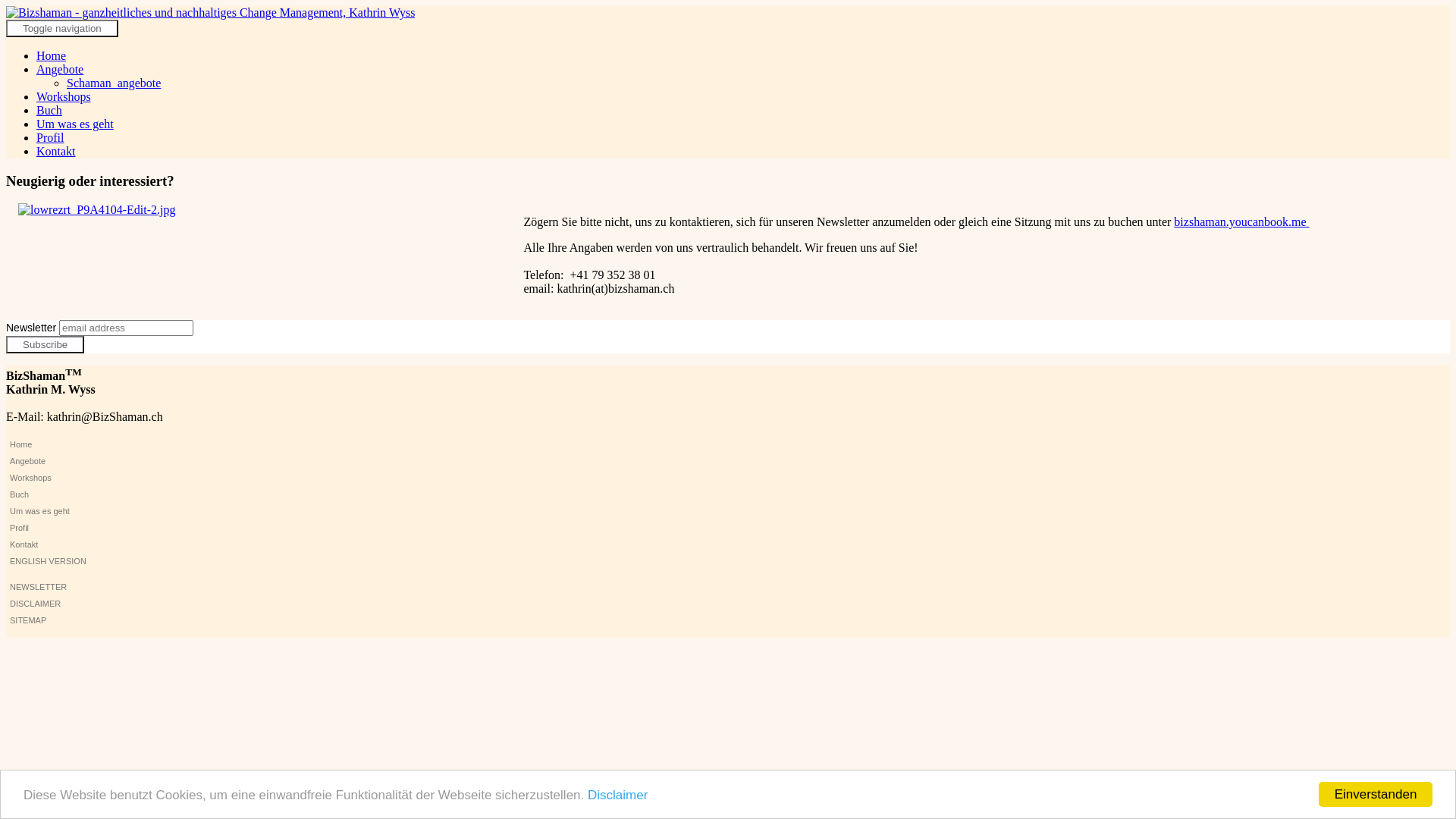 The height and width of the screenshot is (819, 1456). What do you see at coordinates (1376, 793) in the screenshot?
I see `'Einverstanden'` at bounding box center [1376, 793].